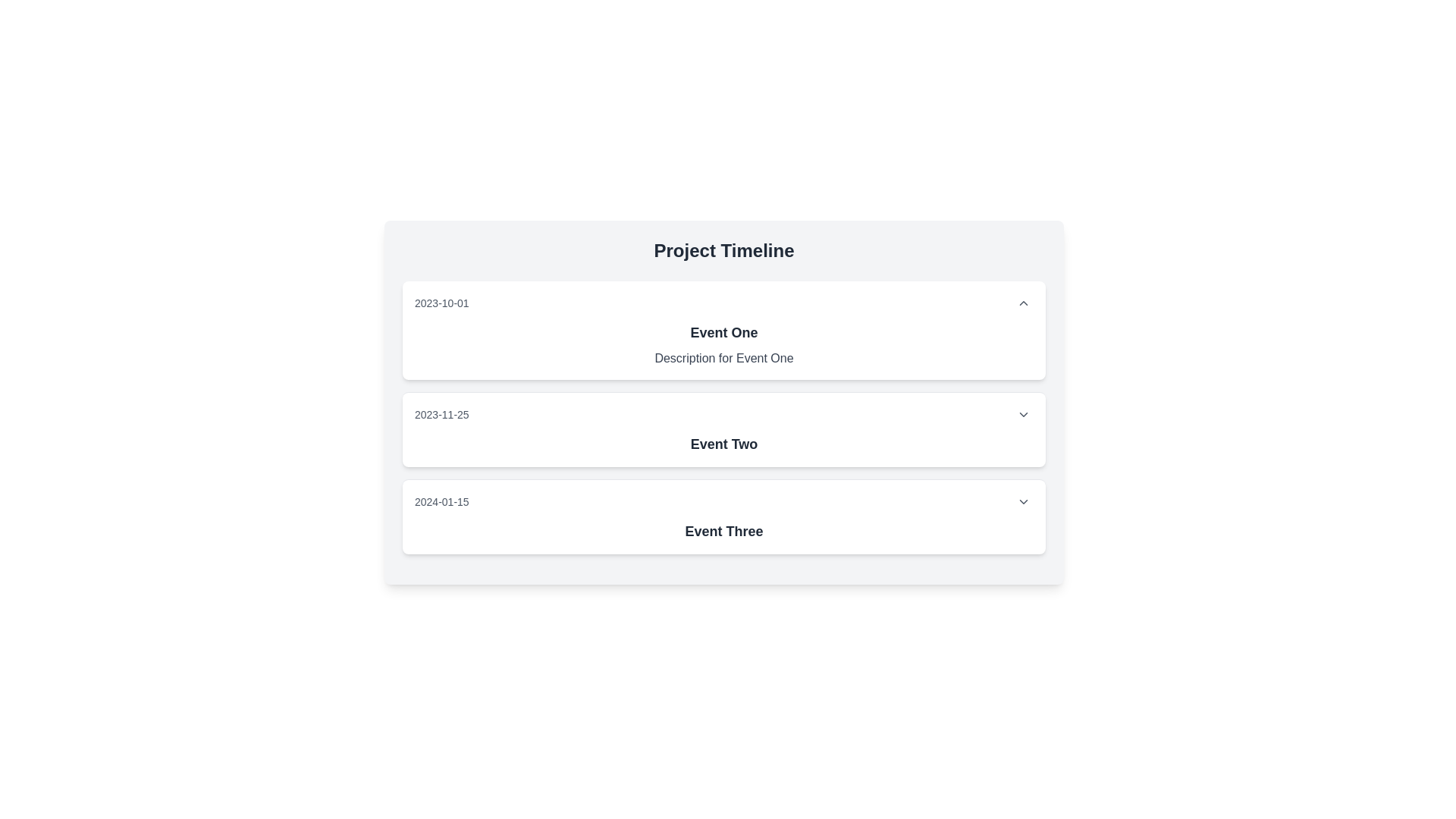 The height and width of the screenshot is (819, 1456). I want to click on the button located to the right of the date '2023-10-01', so click(1023, 303).